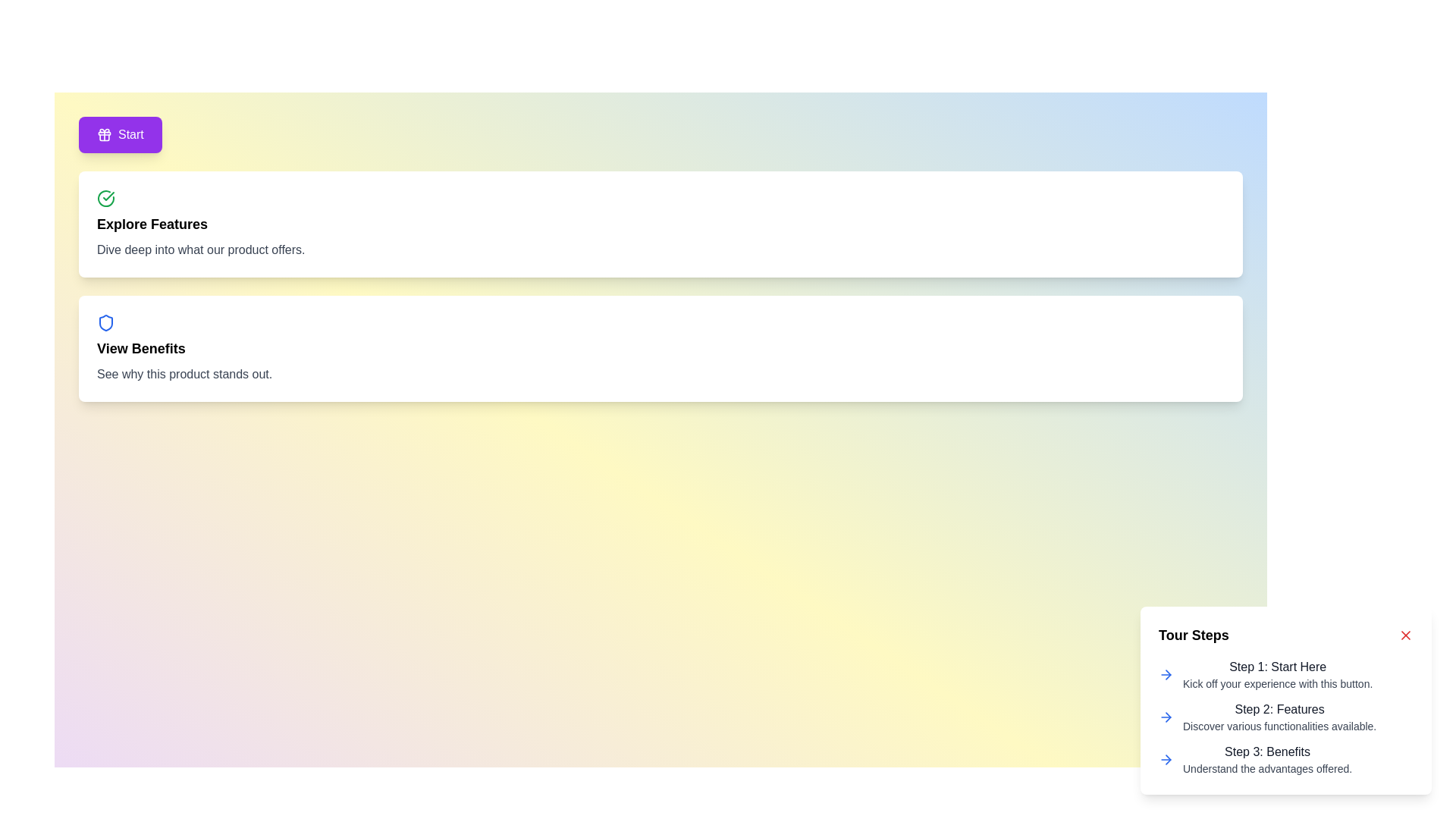 The height and width of the screenshot is (819, 1456). I want to click on text label displaying 'Understand the advantages offered.' which is located below the title 'Step 3: Benefits' in the step-by-step guide section, so click(1267, 769).